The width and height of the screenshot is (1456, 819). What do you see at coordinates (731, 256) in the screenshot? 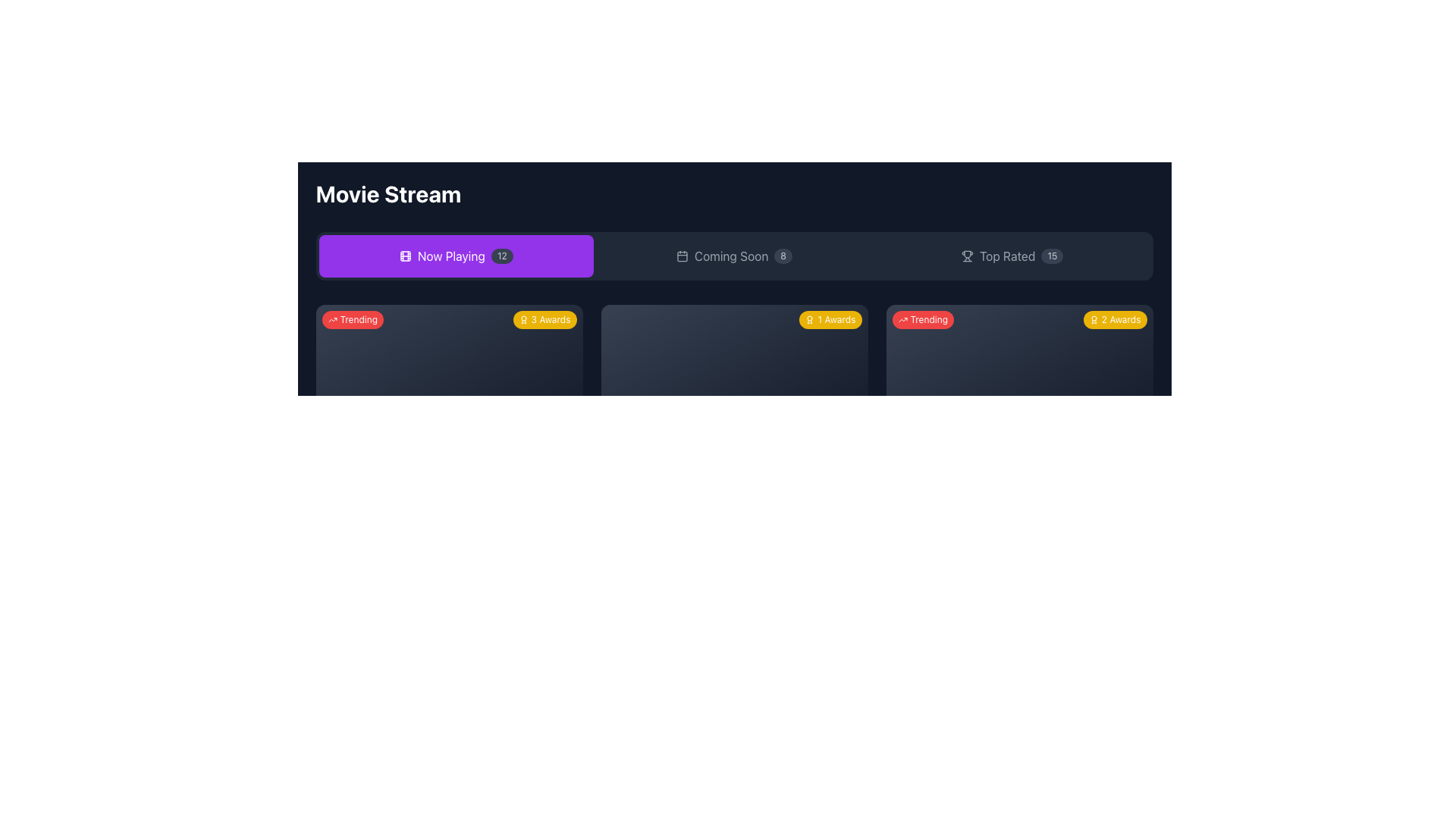
I see `the text label indicating a category or section in the navigation menu, positioned between a calendar icon and the number '8'` at bounding box center [731, 256].